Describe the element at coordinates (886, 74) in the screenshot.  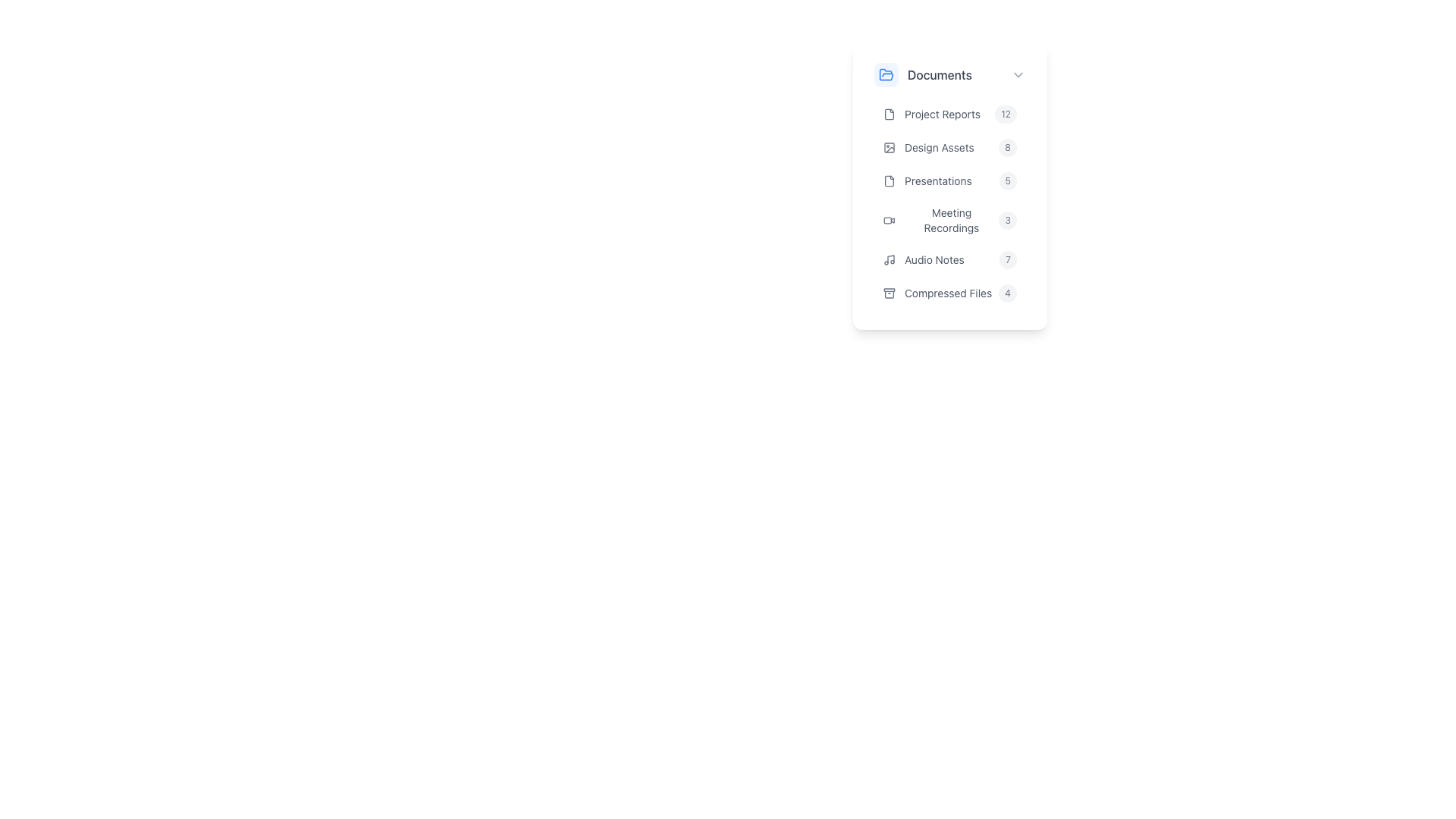
I see `the folder icon located at the upper-left corner of the 'Documents' panel, which precedes the text label 'Documents.'` at that location.